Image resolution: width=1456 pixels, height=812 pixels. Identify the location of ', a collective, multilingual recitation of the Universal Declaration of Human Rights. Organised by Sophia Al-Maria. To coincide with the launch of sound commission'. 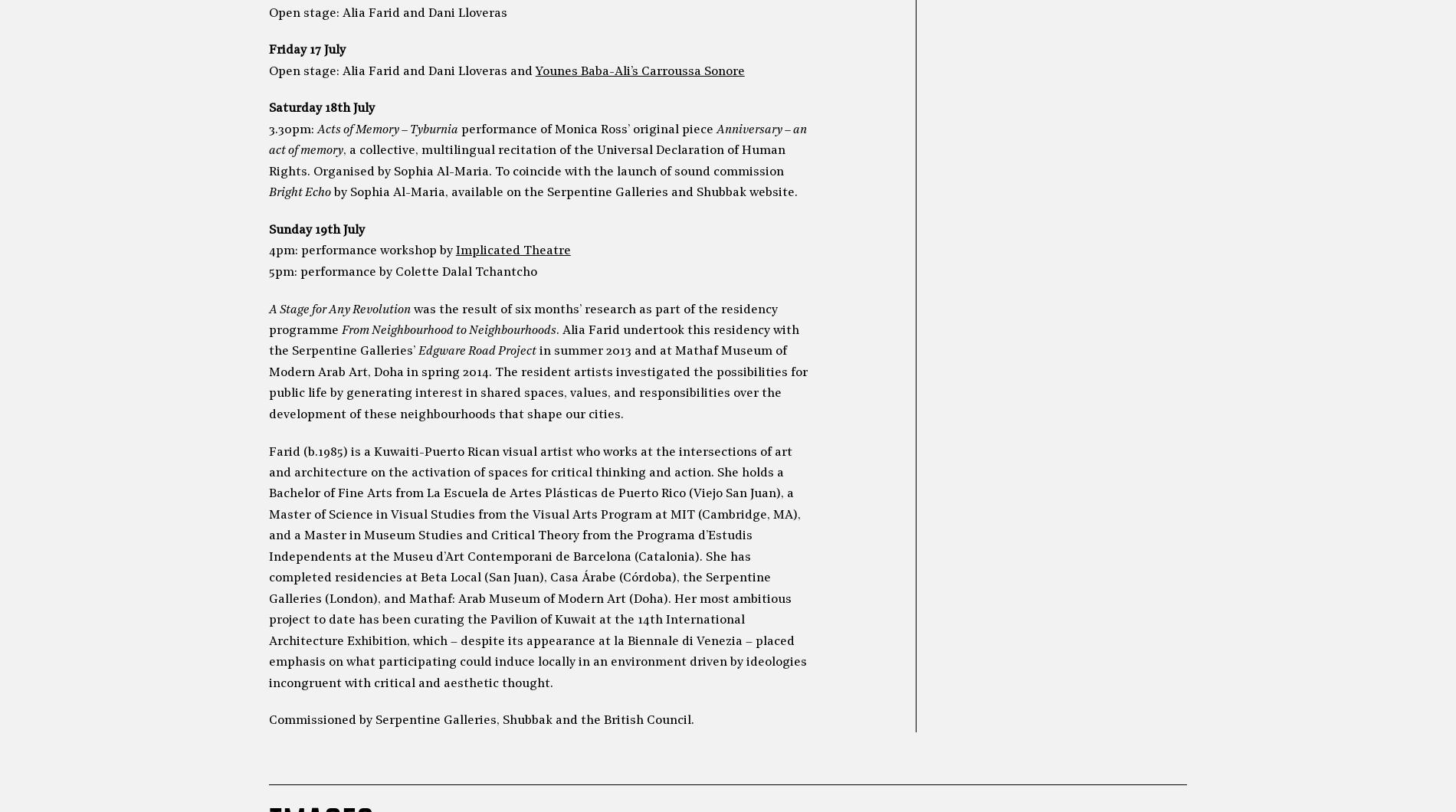
(267, 160).